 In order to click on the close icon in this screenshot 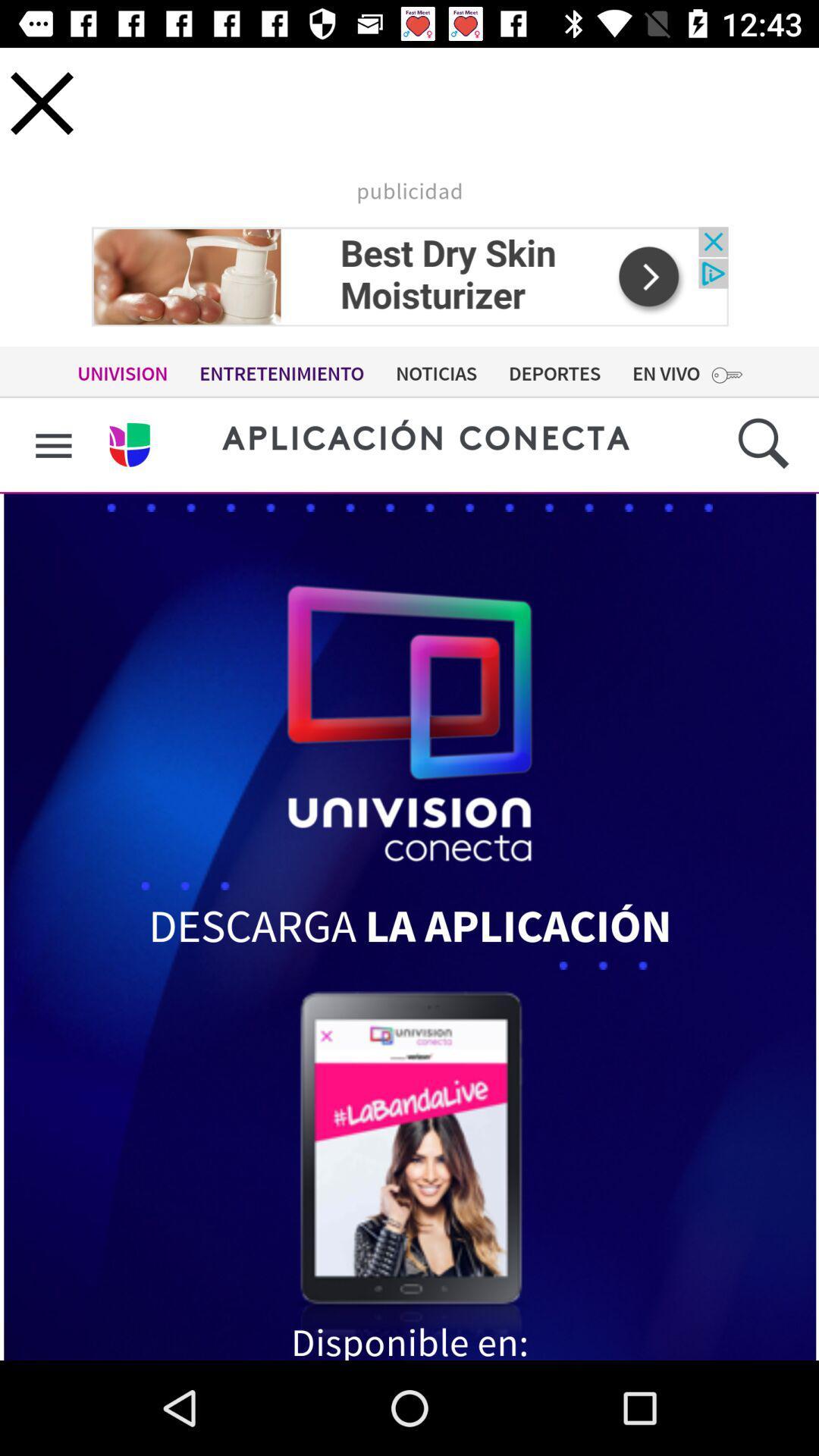, I will do `click(41, 102)`.